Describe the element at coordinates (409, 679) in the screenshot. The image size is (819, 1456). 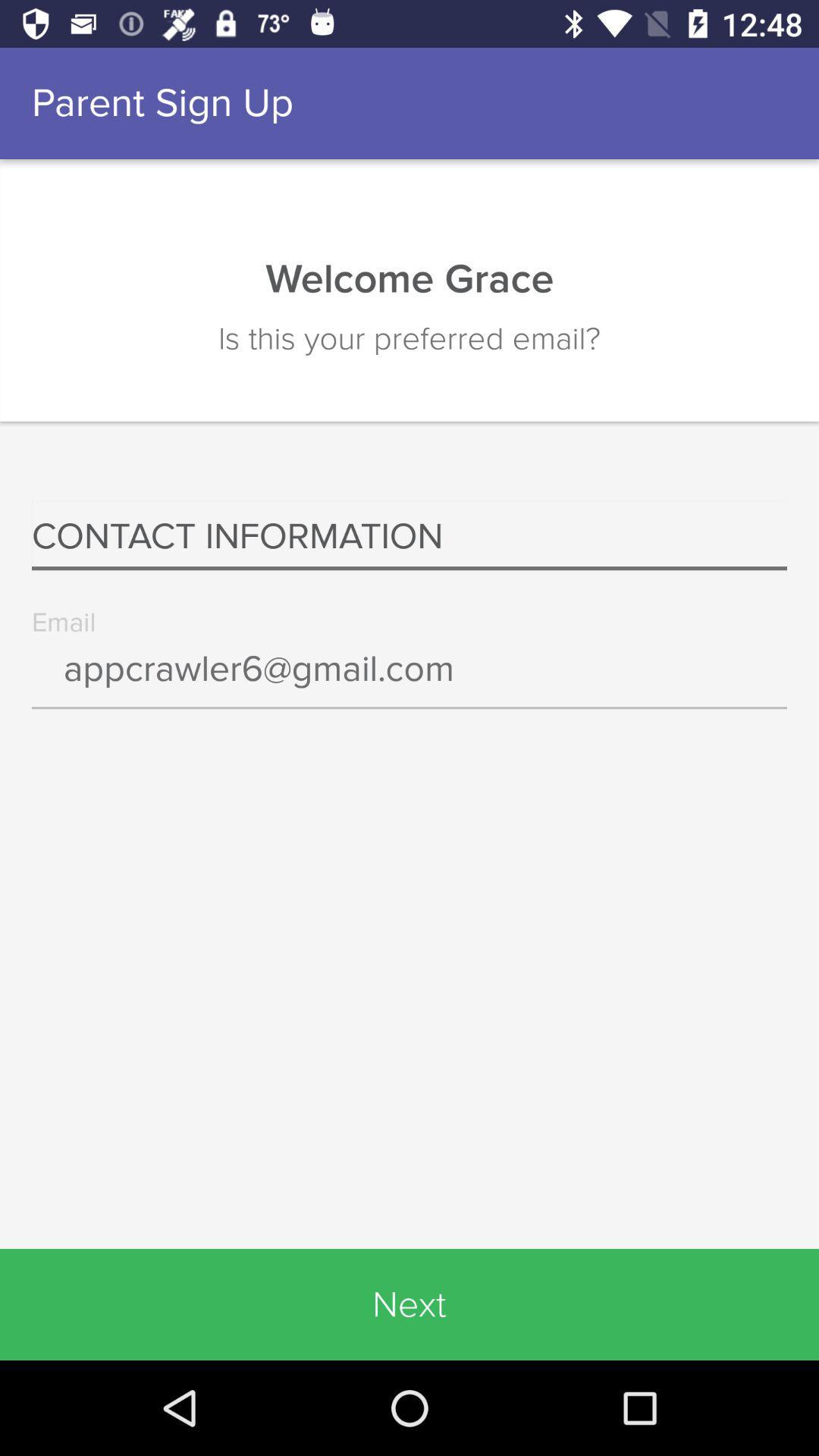
I see `appcrawler6@gmail.com` at that location.